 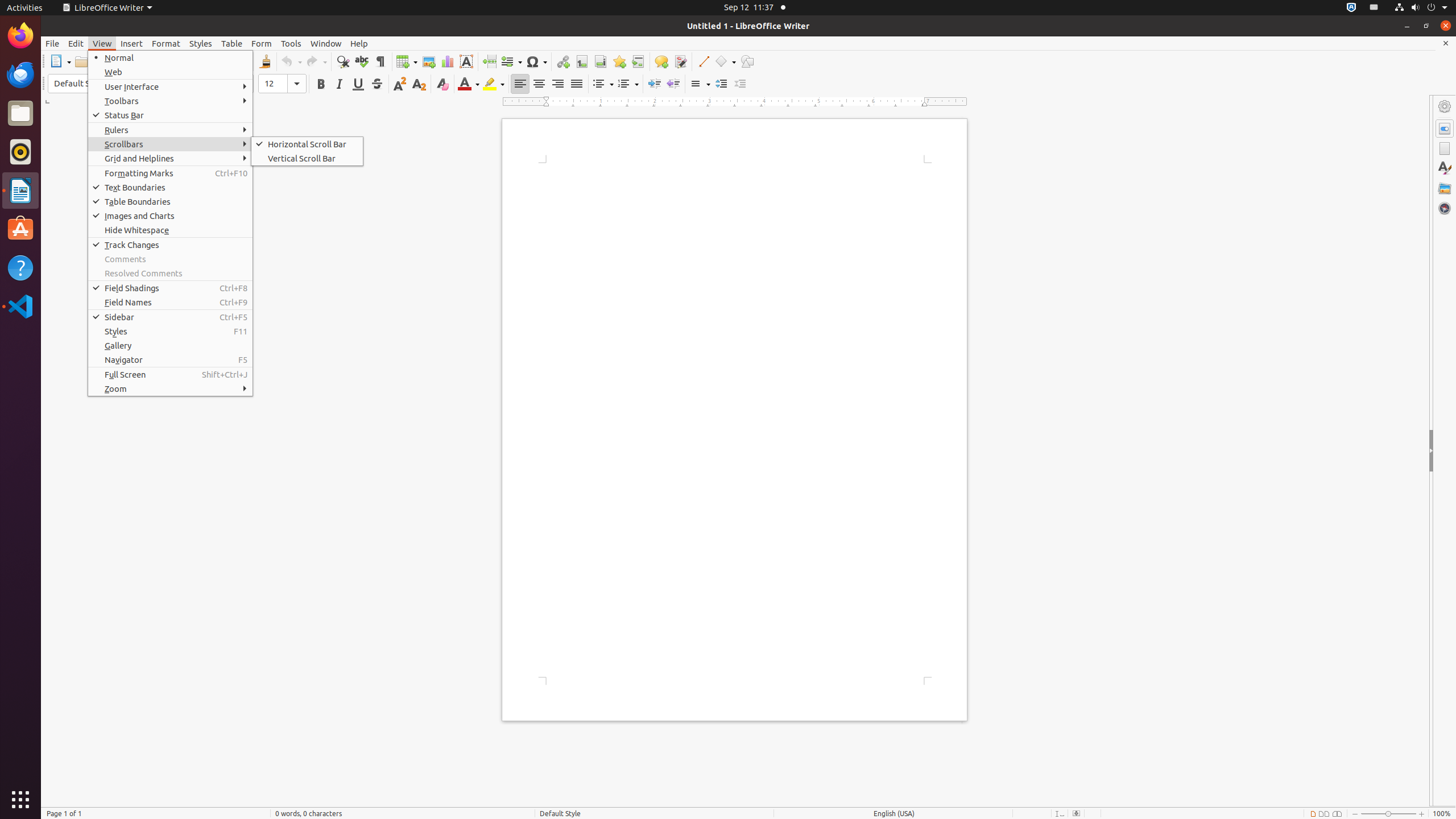 I want to click on 'Cross-reference', so click(x=638, y=61).